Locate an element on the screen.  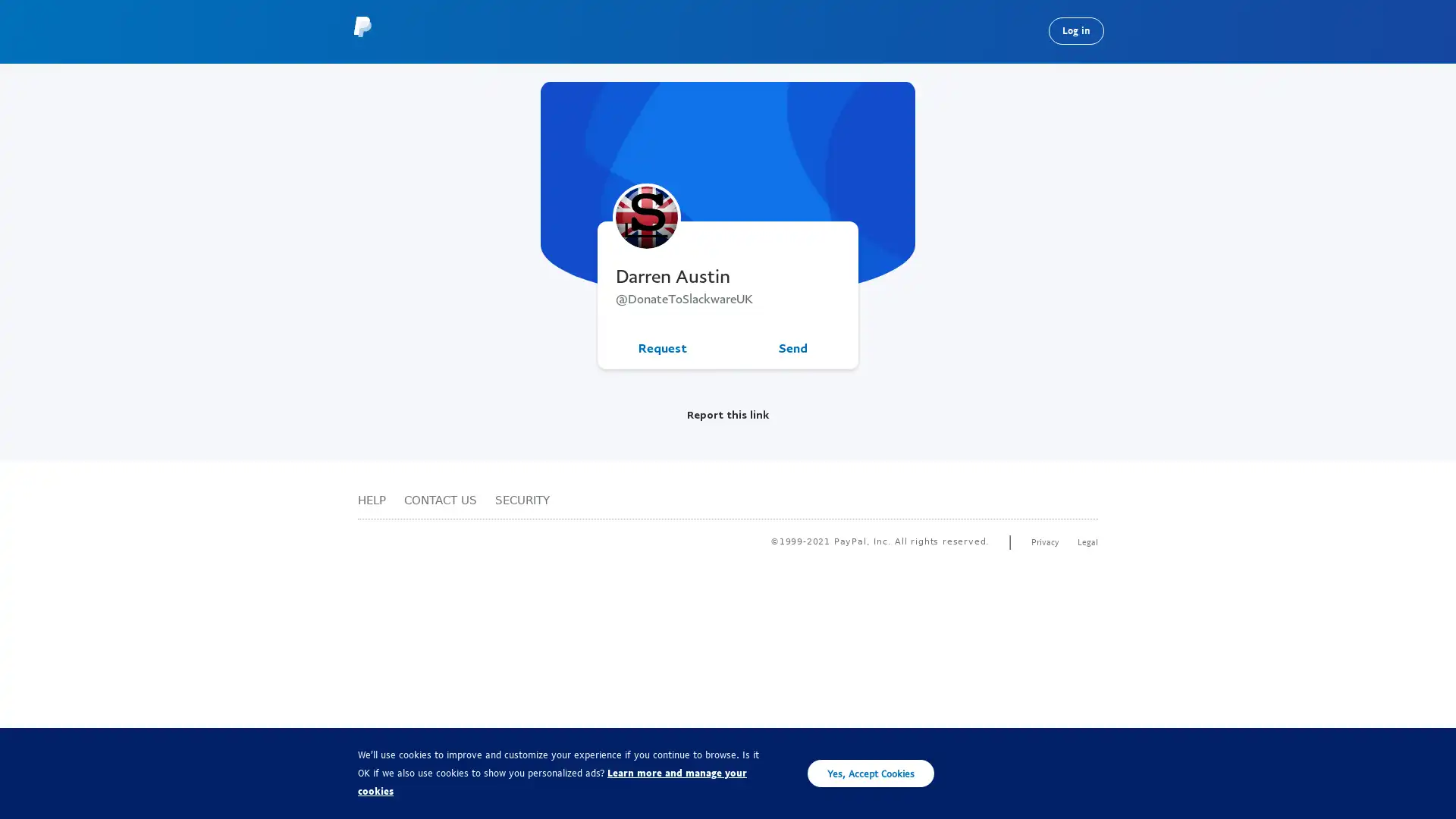
Yes, Accept Cookies is located at coordinates (871, 773).